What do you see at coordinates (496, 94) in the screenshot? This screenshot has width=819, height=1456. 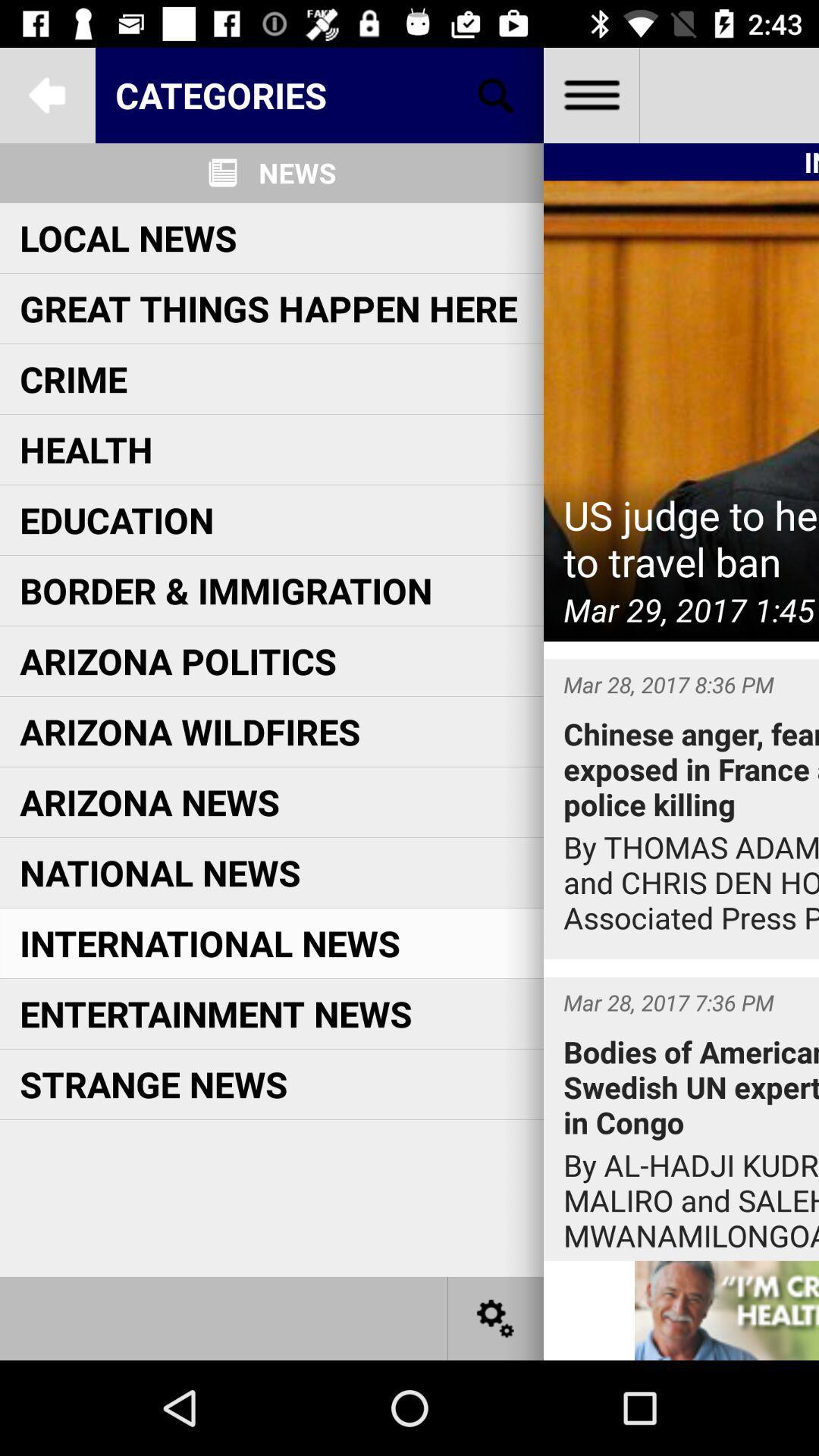 I see `the search icon` at bounding box center [496, 94].